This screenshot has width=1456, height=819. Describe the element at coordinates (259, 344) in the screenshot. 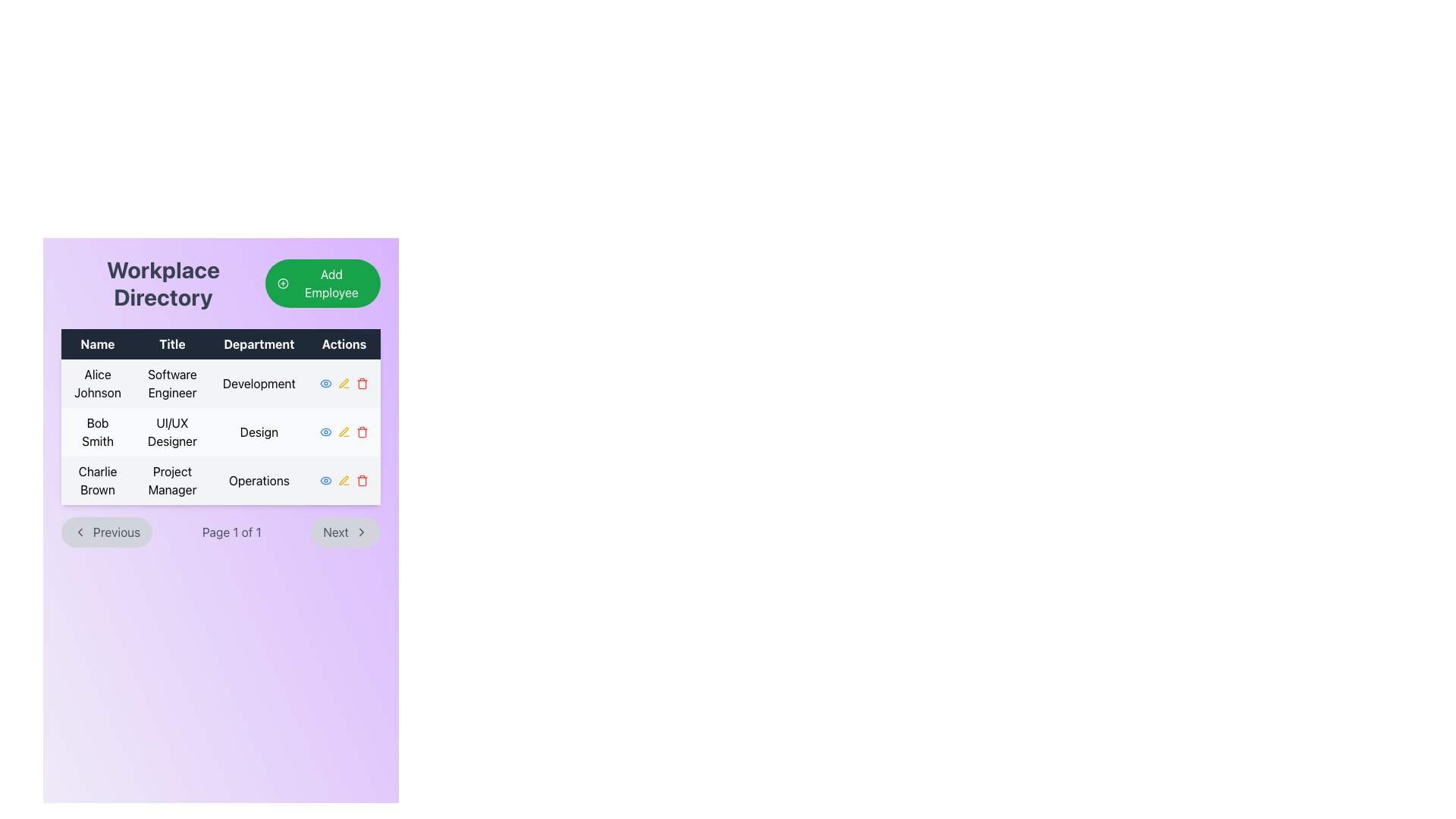

I see `the 'Department' column header in the table, which is the third item between 'Title' and 'Actions'` at that location.